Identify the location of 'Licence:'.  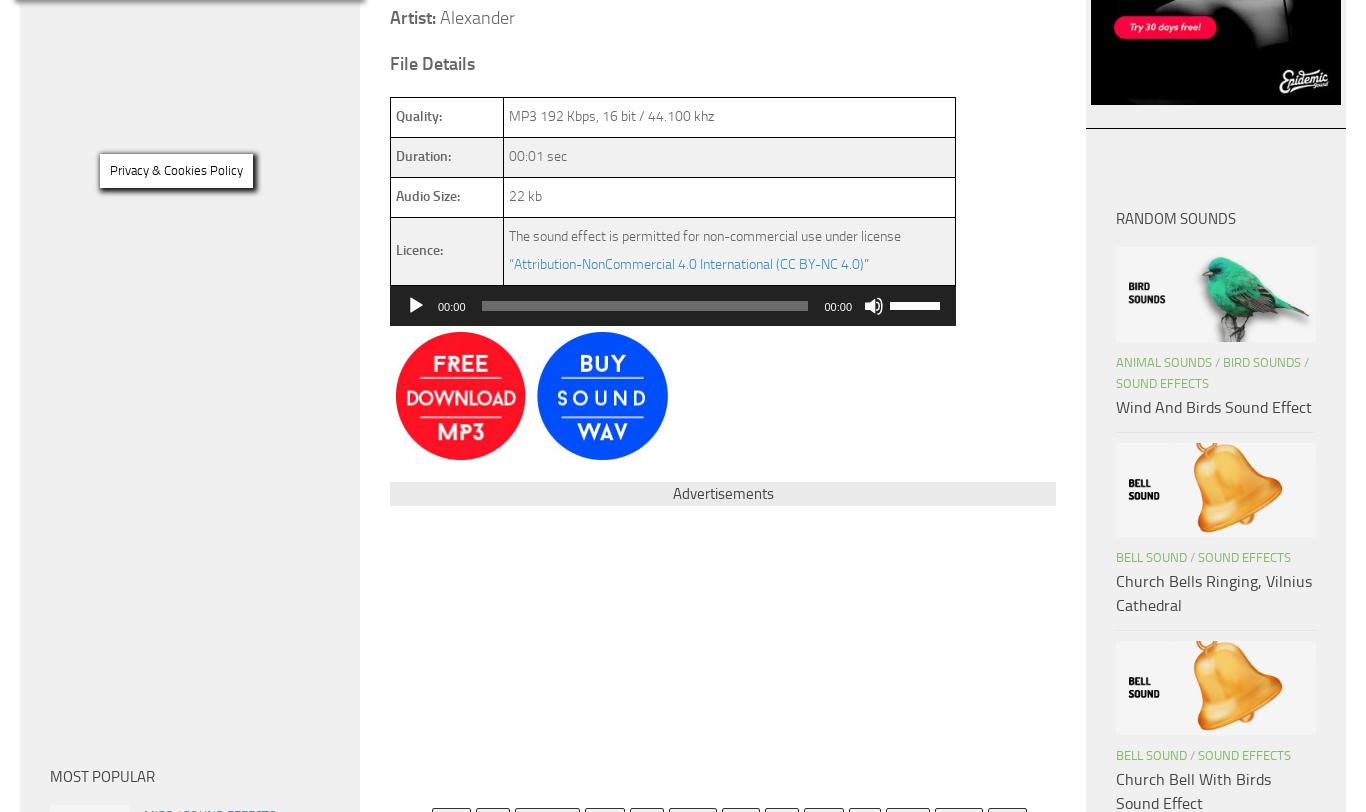
(418, 249).